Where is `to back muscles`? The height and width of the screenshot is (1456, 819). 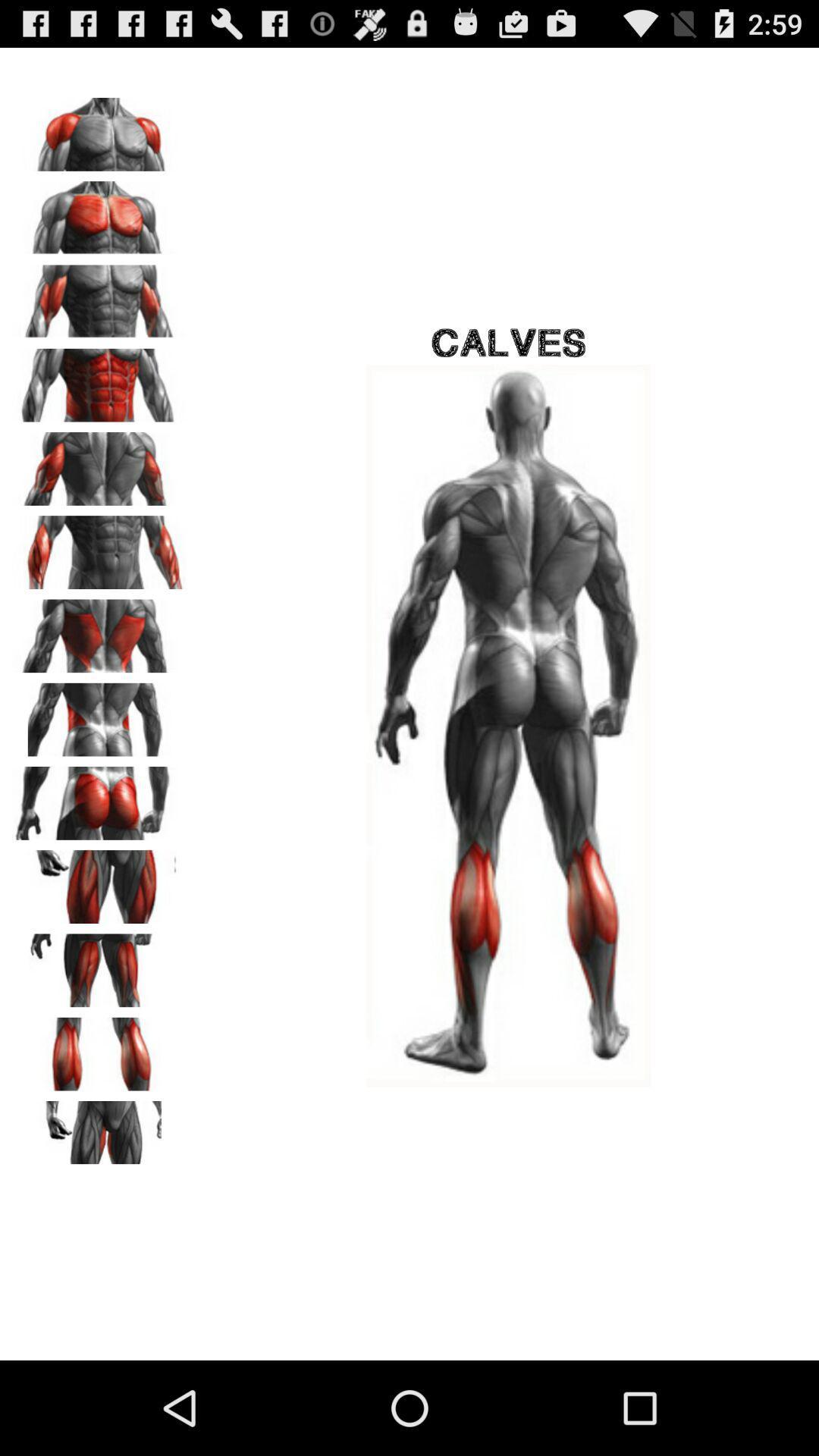 to back muscles is located at coordinates (99, 631).